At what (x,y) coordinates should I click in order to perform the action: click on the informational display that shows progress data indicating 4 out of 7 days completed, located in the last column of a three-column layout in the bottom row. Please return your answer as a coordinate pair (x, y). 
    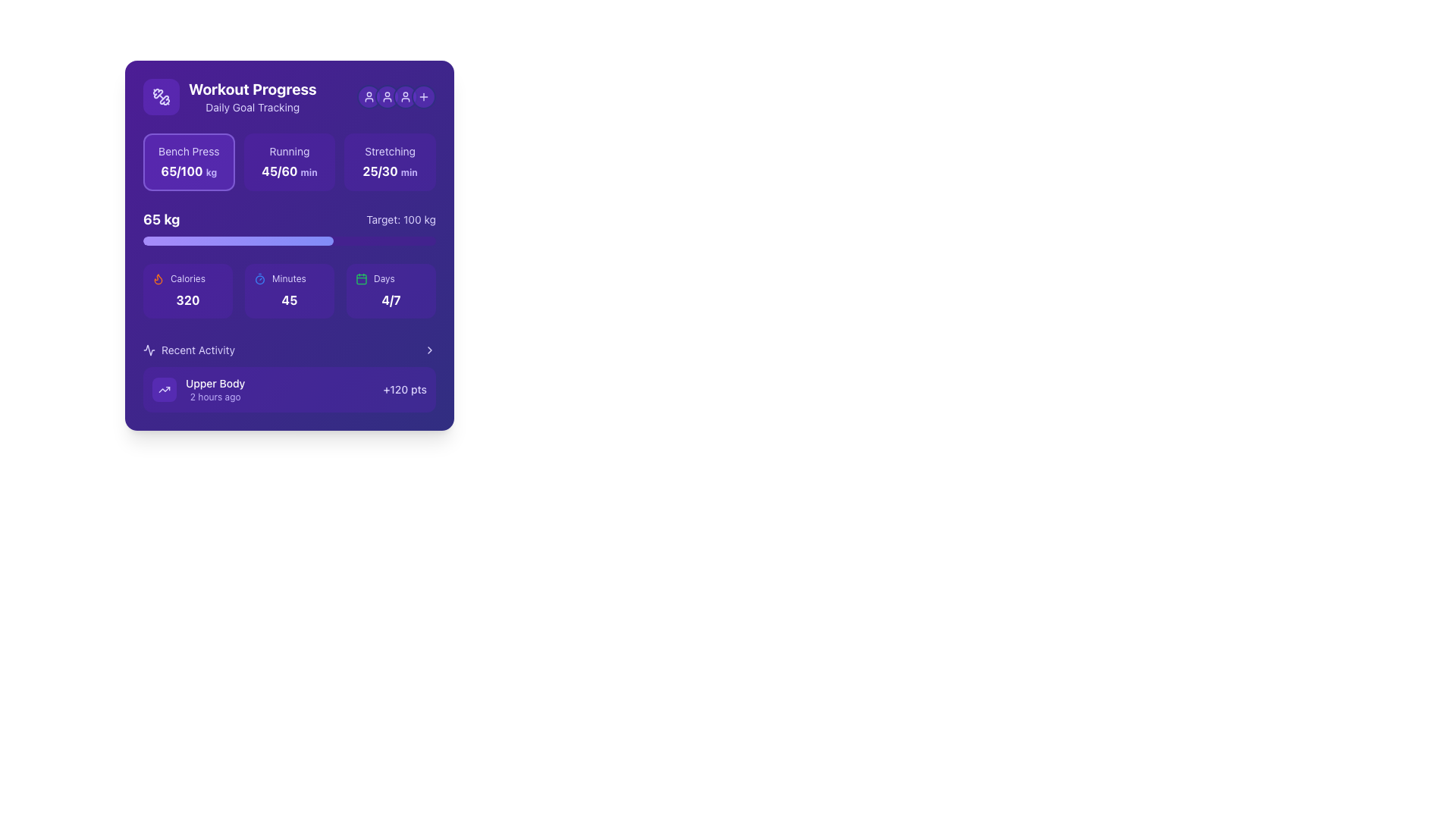
    Looking at the image, I should click on (391, 291).